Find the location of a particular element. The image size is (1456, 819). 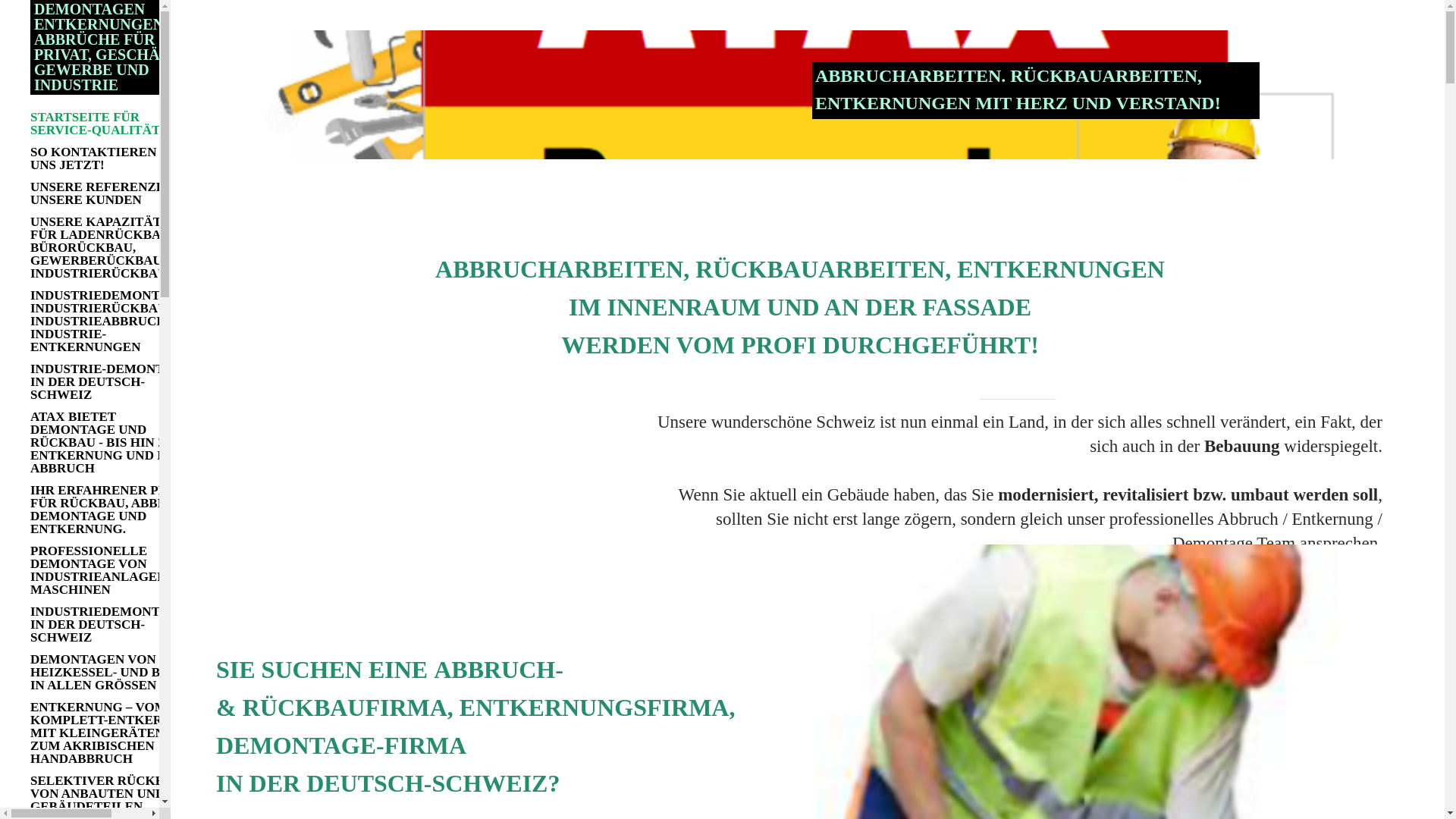

'UNSERE REFERENZEN, UNSERE KUNDEN' is located at coordinates (115, 192).